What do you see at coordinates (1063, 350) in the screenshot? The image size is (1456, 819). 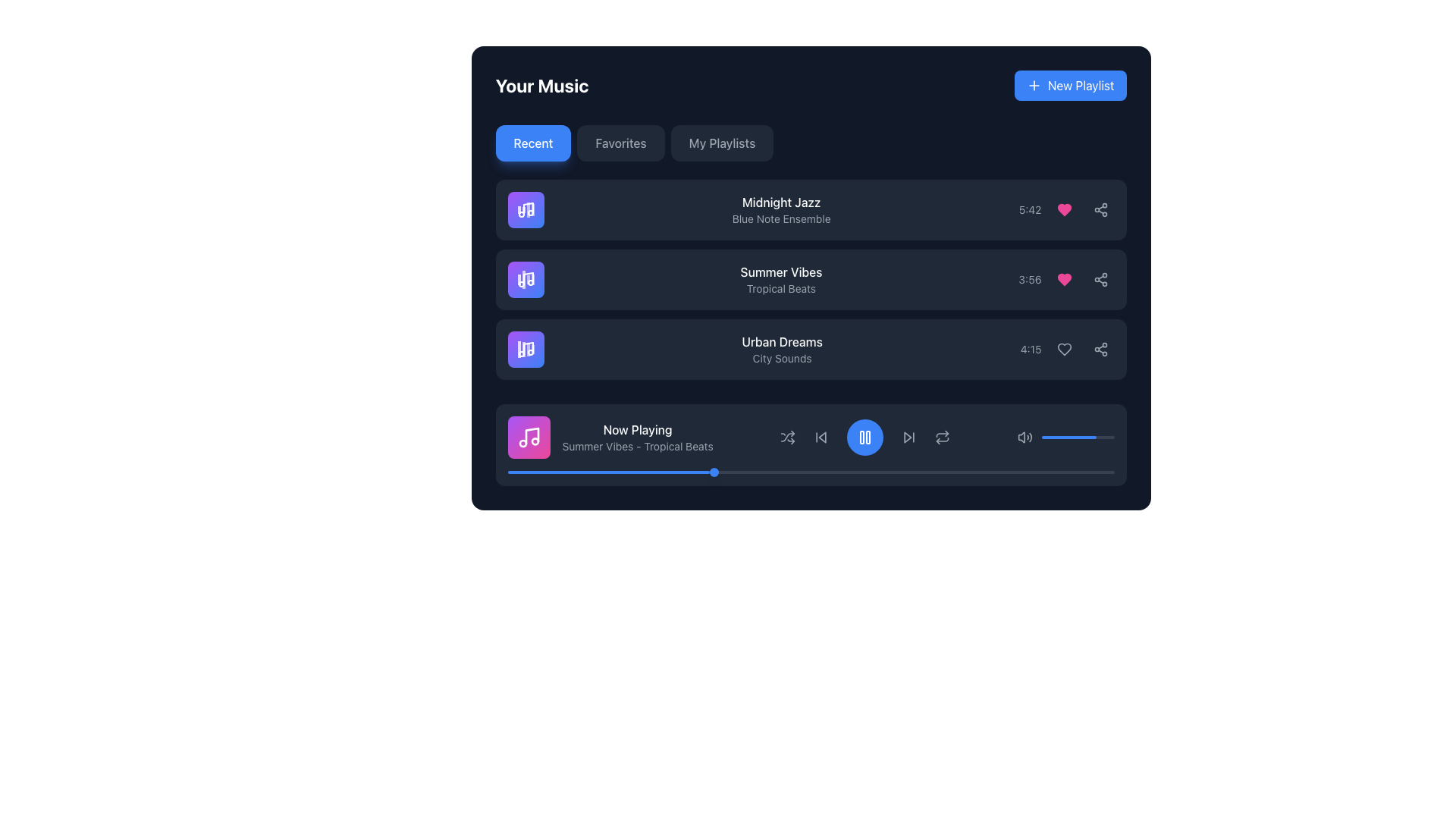 I see `the heart-shaped icon next to the song title 'Urban Dreams'` at bounding box center [1063, 350].